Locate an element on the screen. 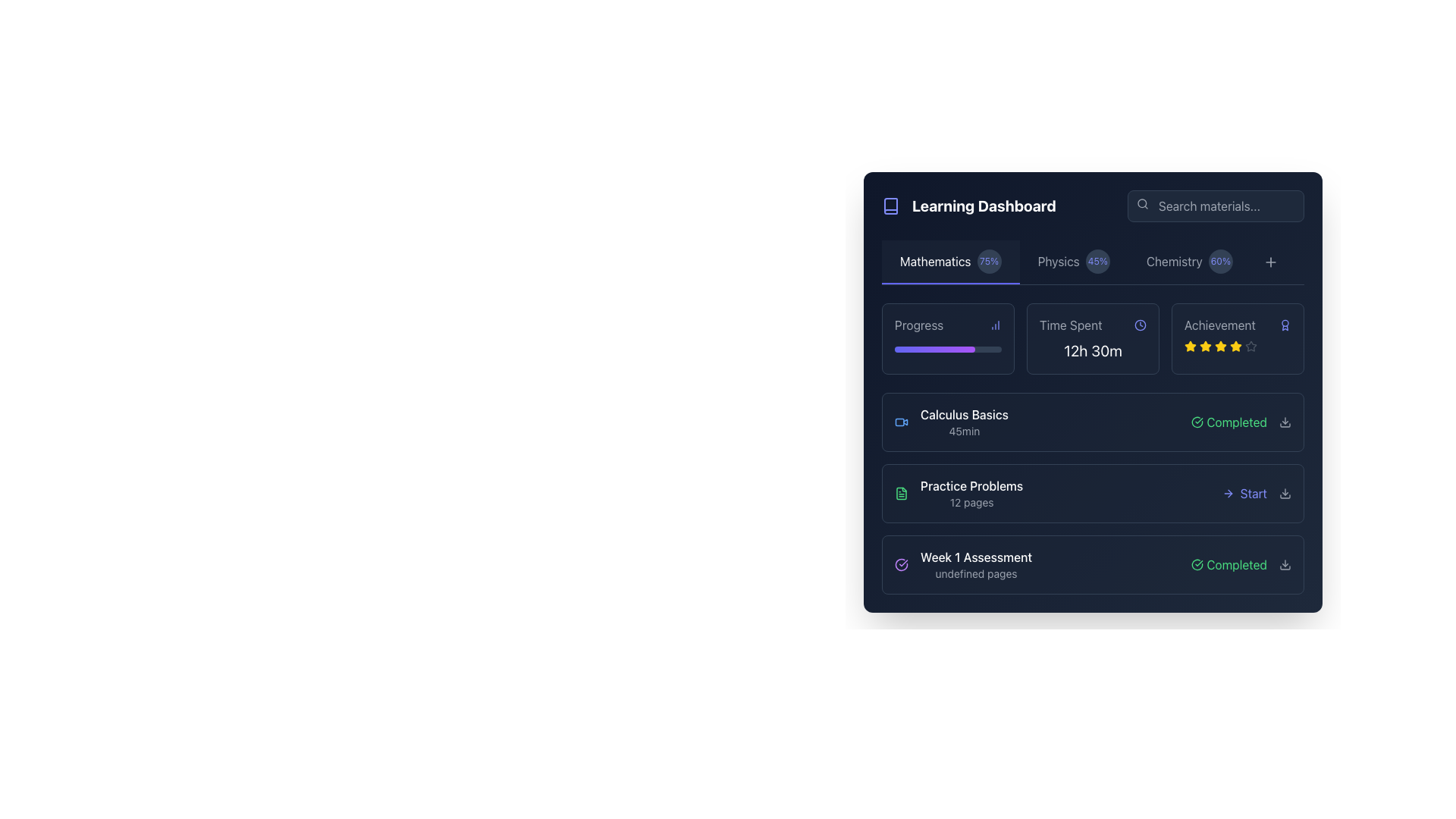 Image resolution: width=1456 pixels, height=819 pixels. the fourth star in the five-star rating system located in the 'Achievement' section on the right side of the interface is located at coordinates (1220, 346).